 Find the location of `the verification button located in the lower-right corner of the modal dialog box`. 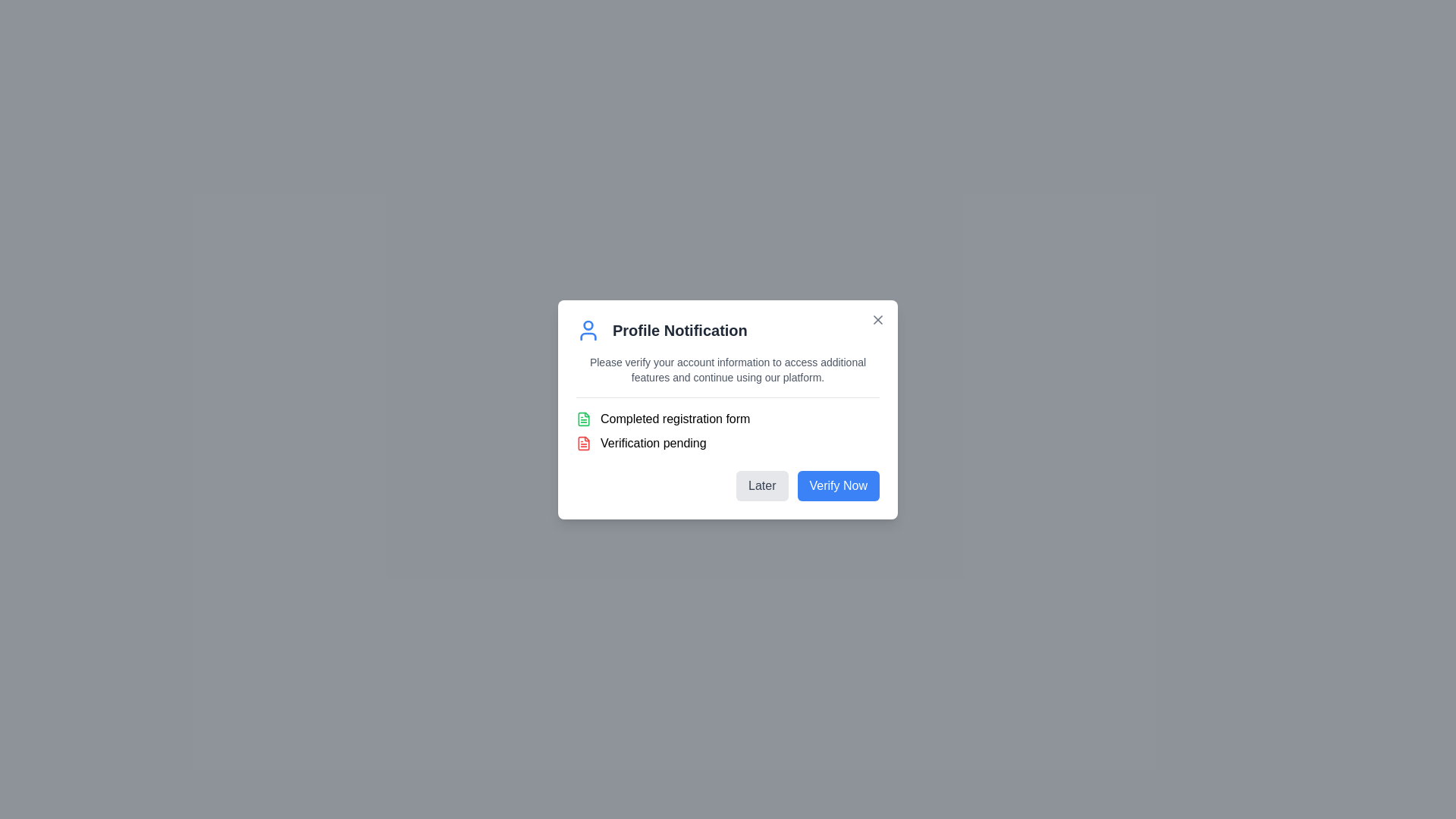

the verification button located in the lower-right corner of the modal dialog box is located at coordinates (837, 485).